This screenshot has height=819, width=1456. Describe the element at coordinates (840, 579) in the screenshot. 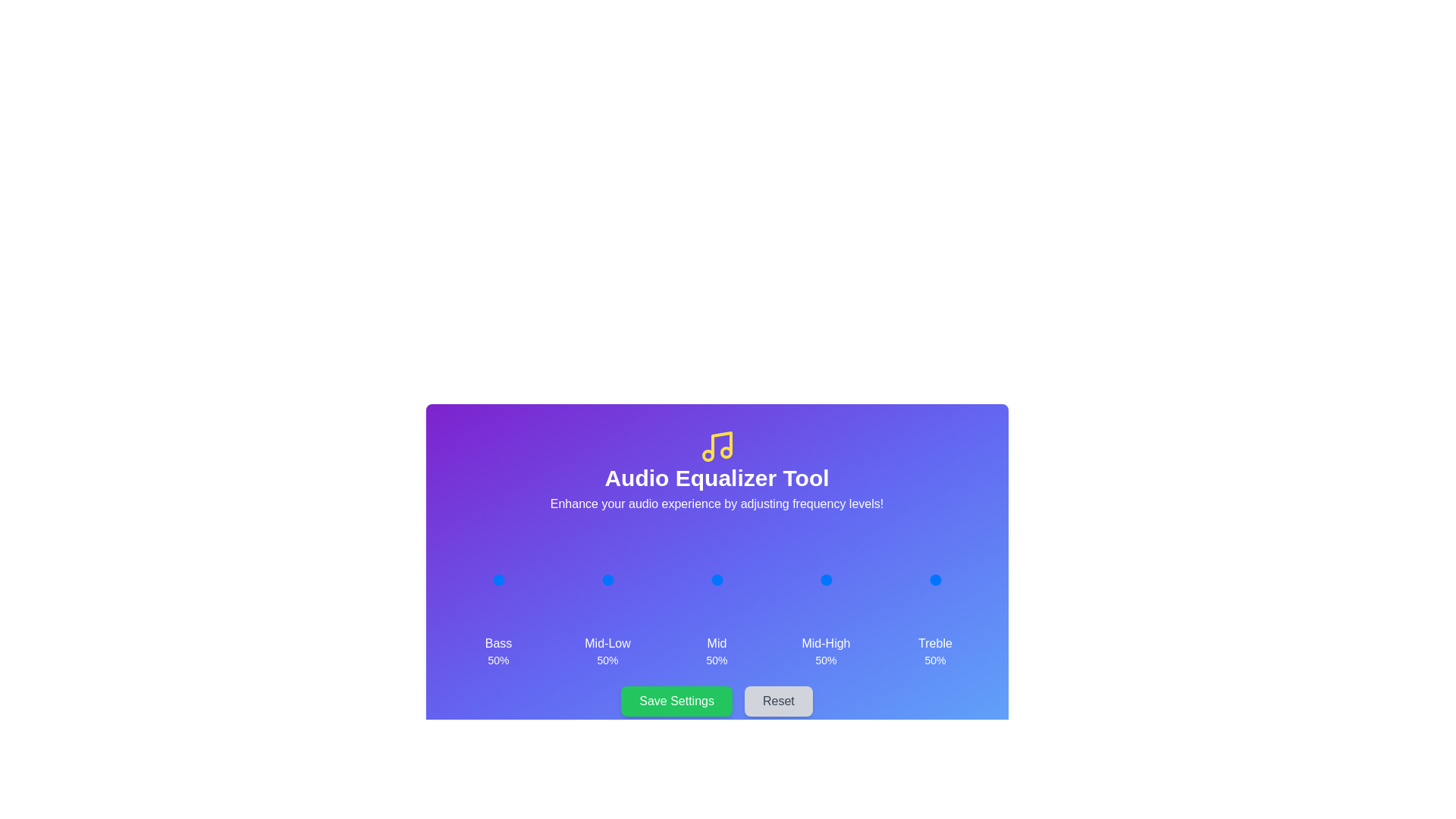

I see `the 3 slider to 82%` at that location.